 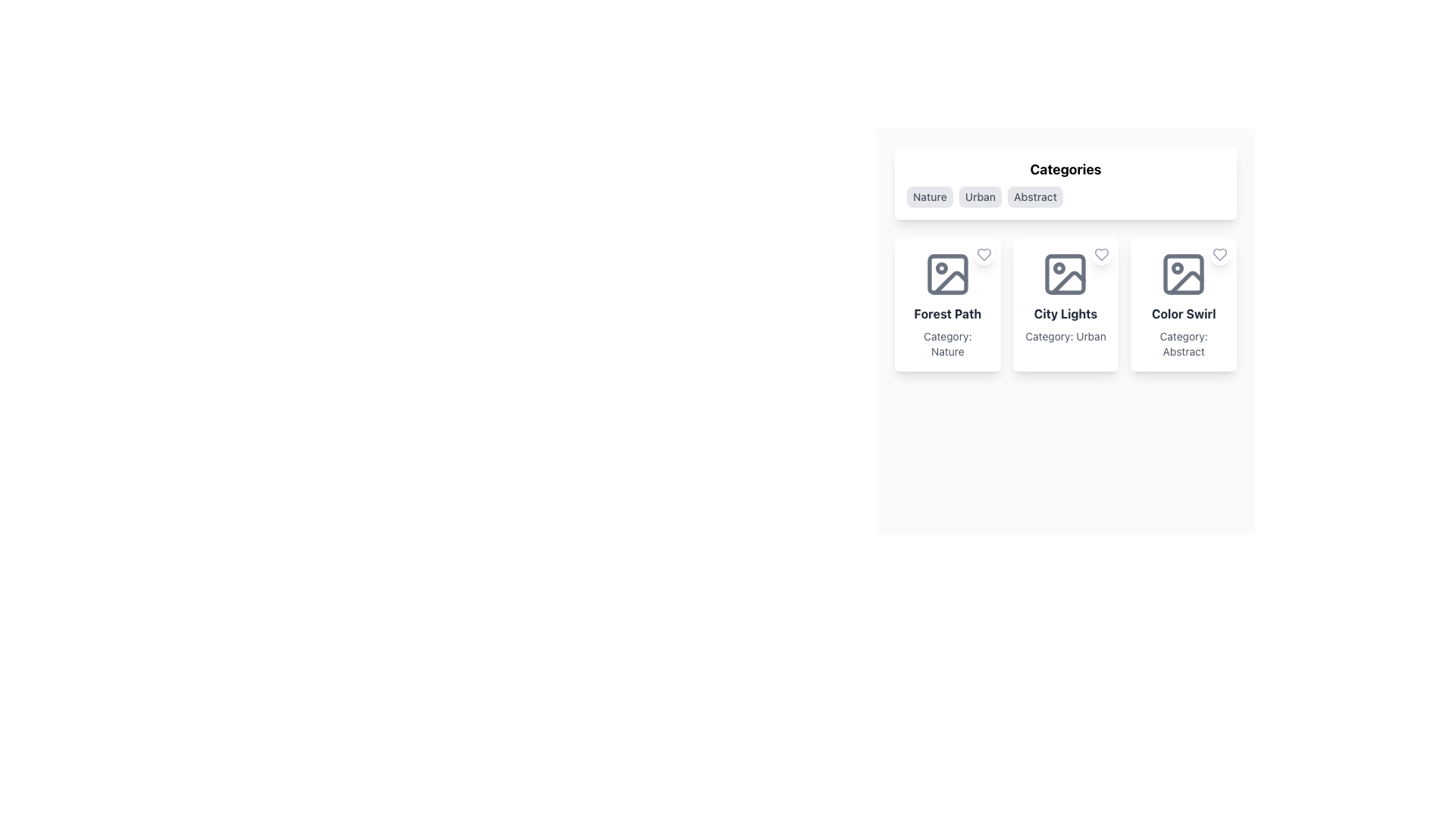 I want to click on the text element displaying 'Category: Urban' that is styled with a small font size and gray color, located within the 'City Lights' card, and positioned below the bold 'City Lights' title, so click(x=1065, y=335).